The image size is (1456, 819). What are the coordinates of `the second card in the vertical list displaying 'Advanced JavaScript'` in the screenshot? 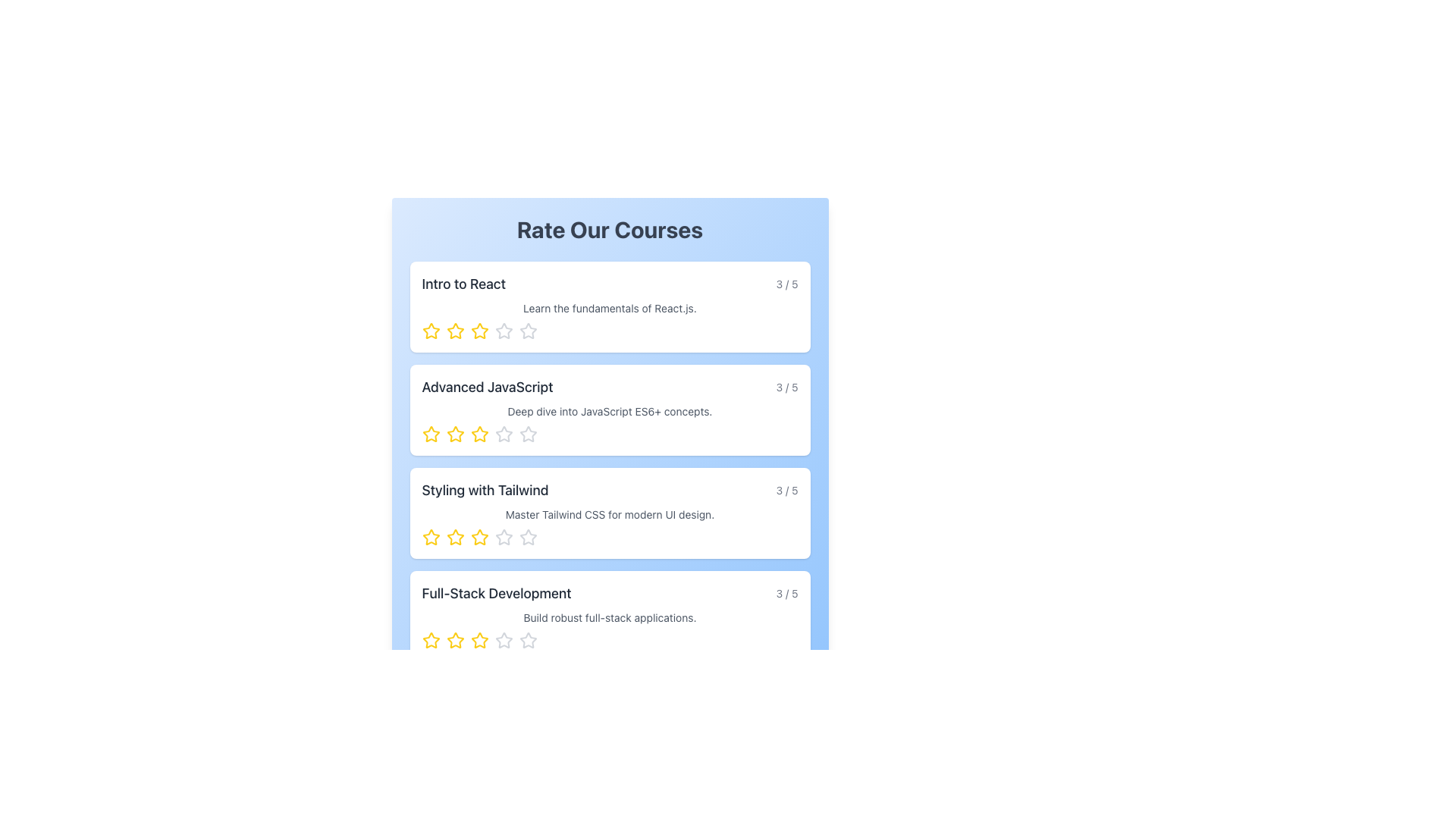 It's located at (610, 409).